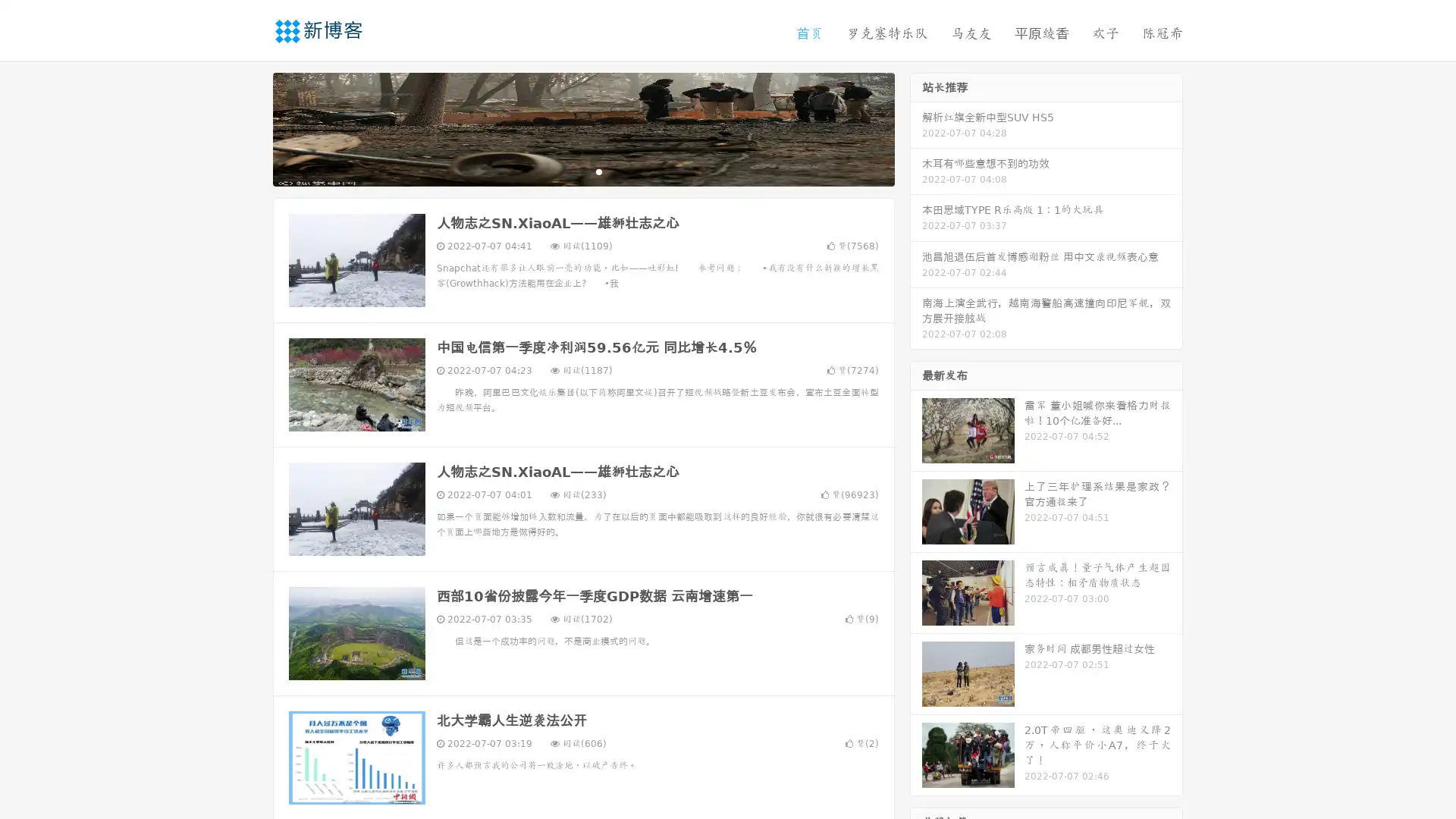 The height and width of the screenshot is (819, 1456). Describe the element at coordinates (598, 171) in the screenshot. I see `Go to slide 3` at that location.